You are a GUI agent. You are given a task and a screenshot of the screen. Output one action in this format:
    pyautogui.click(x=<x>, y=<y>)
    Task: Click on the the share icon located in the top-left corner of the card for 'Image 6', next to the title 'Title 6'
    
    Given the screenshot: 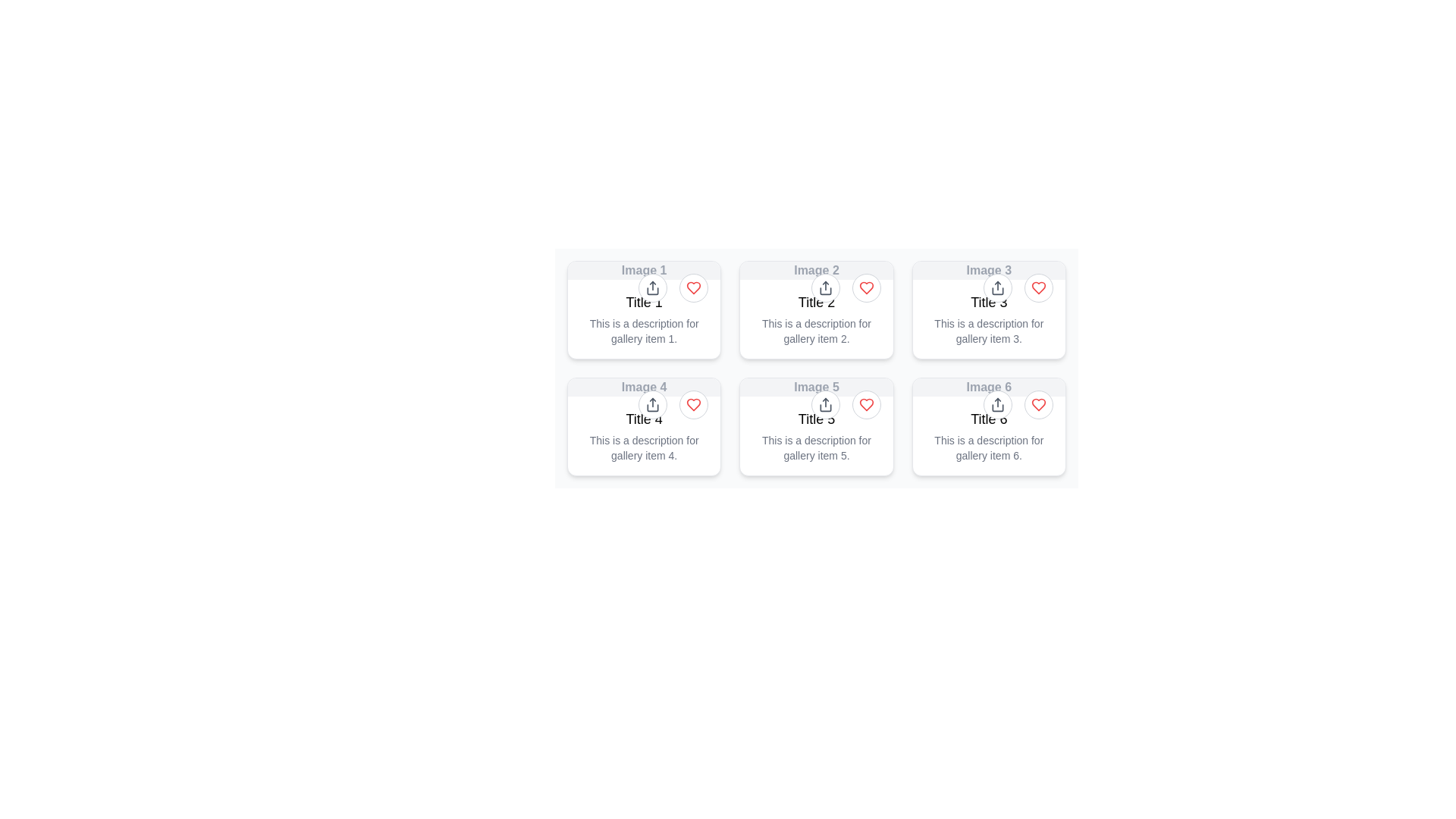 What is the action you would take?
    pyautogui.click(x=997, y=403)
    